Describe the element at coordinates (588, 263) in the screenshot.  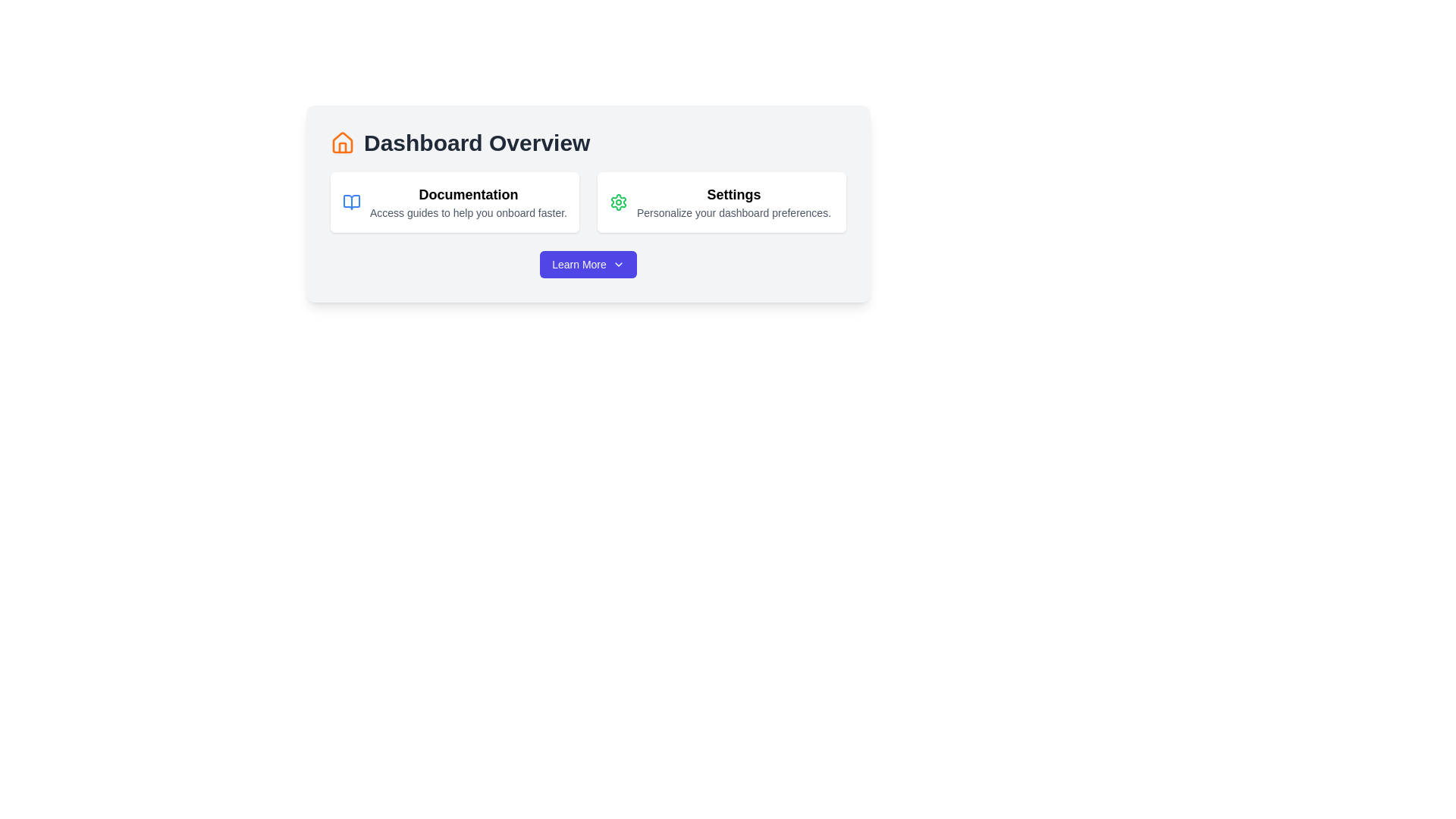
I see `the 'Learn More' button, which has a dark indigo background and white text, located centrally below the 'Dashboard Overview' title` at that location.